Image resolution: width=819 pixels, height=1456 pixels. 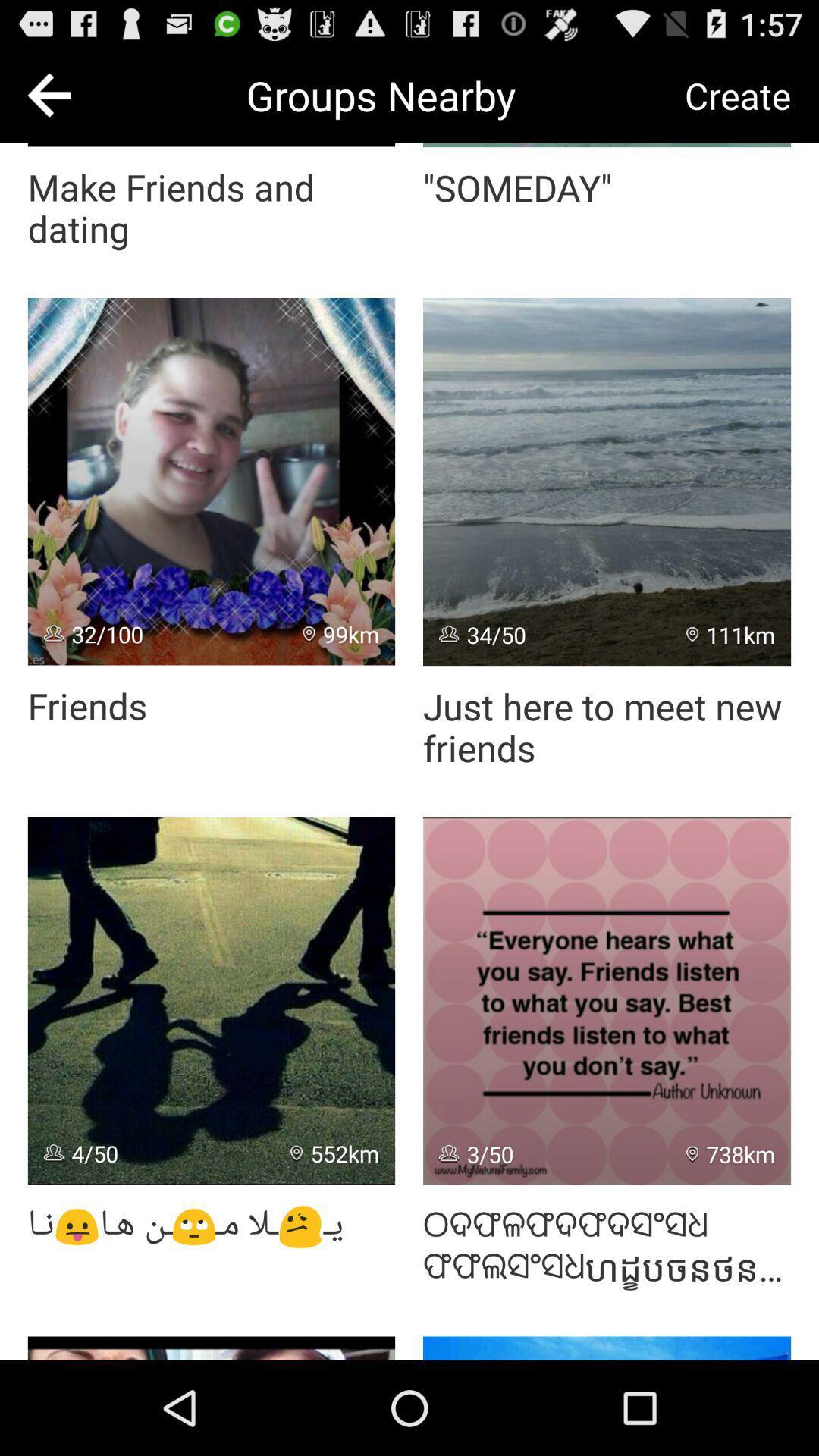 I want to click on the arrow_backward icon, so click(x=52, y=101).